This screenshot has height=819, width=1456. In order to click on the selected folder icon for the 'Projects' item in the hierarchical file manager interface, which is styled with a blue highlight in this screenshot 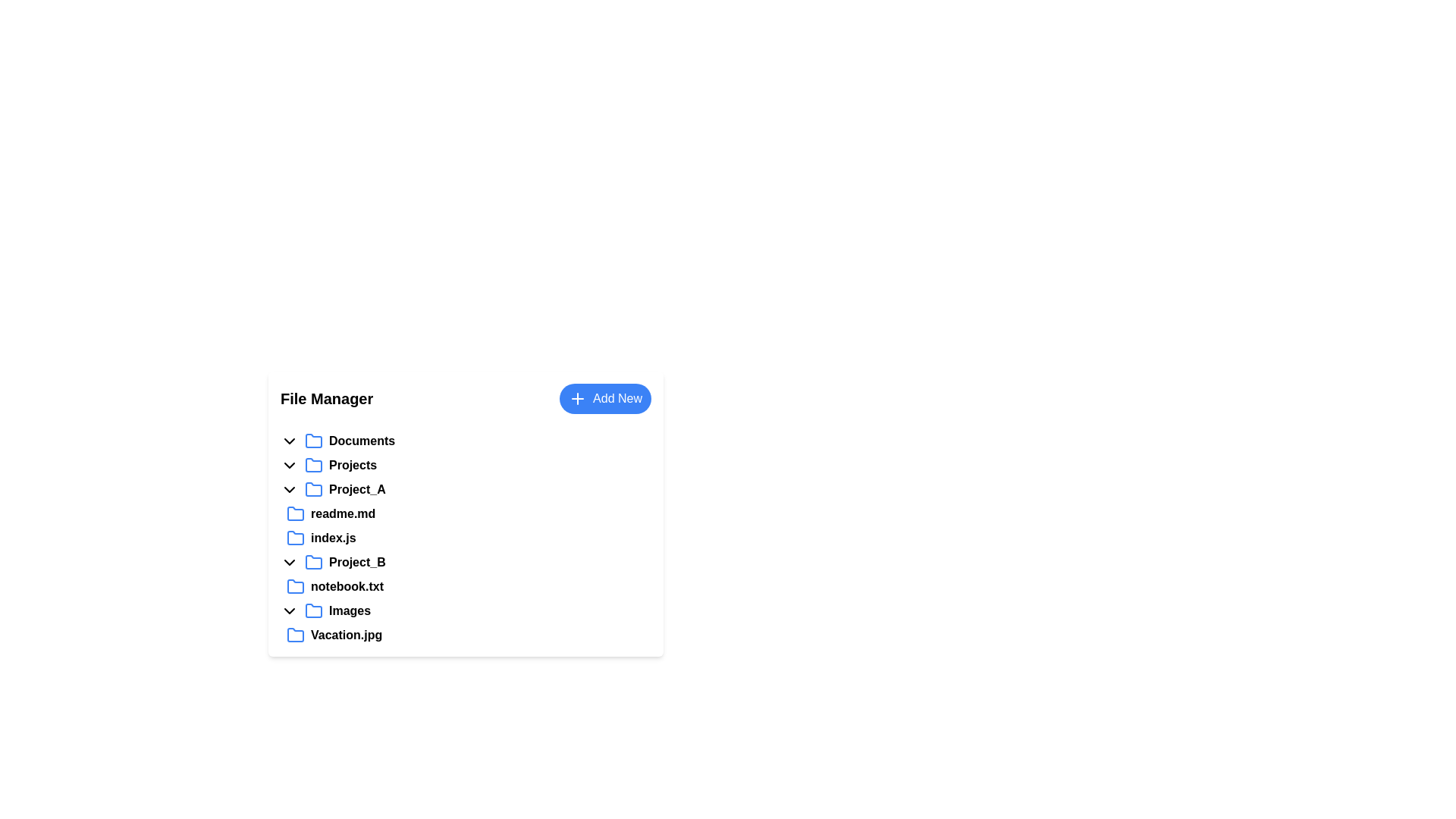, I will do `click(312, 464)`.